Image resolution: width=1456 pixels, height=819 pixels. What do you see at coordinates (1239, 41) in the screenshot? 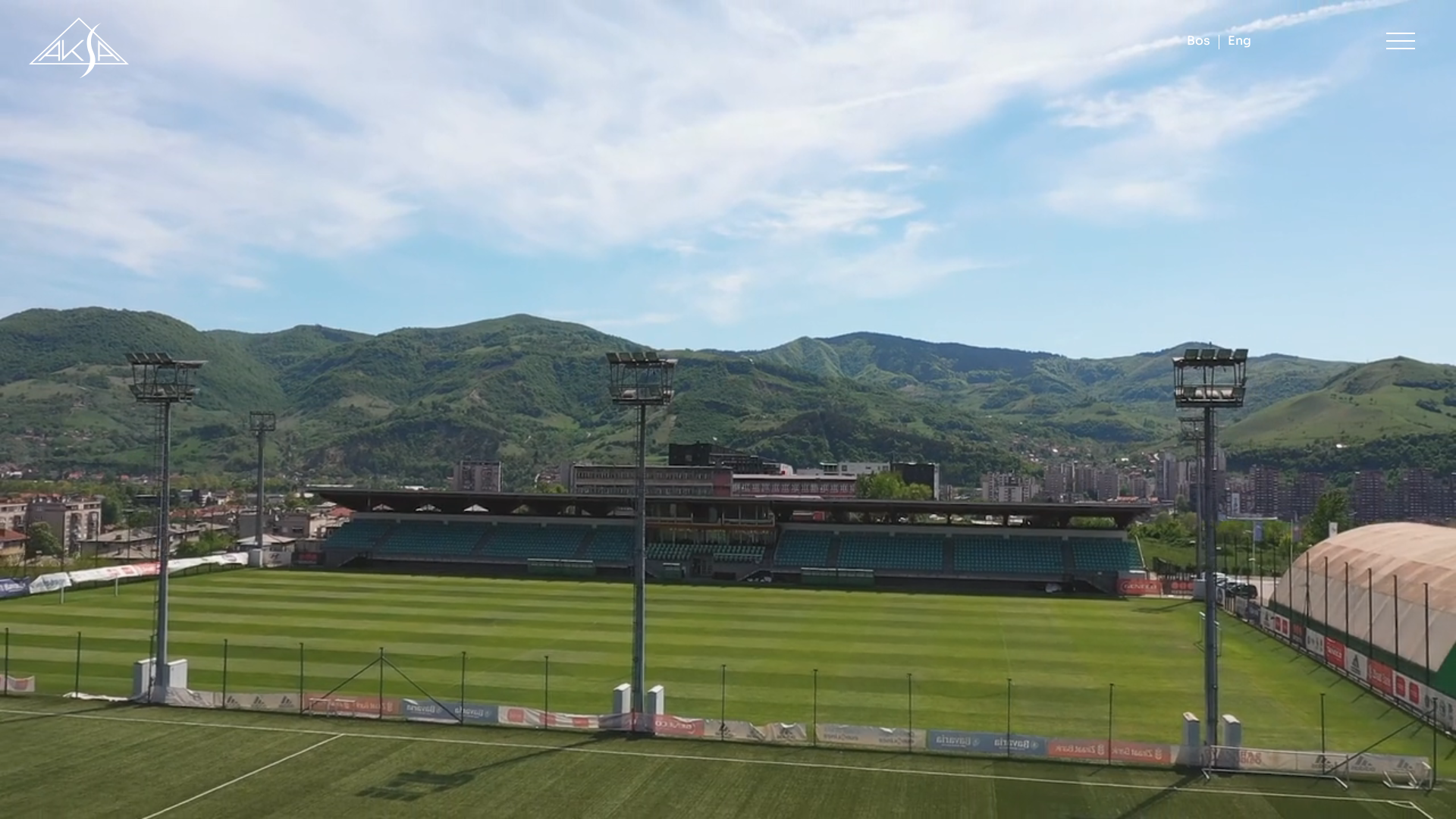
I see `'Eng'` at bounding box center [1239, 41].